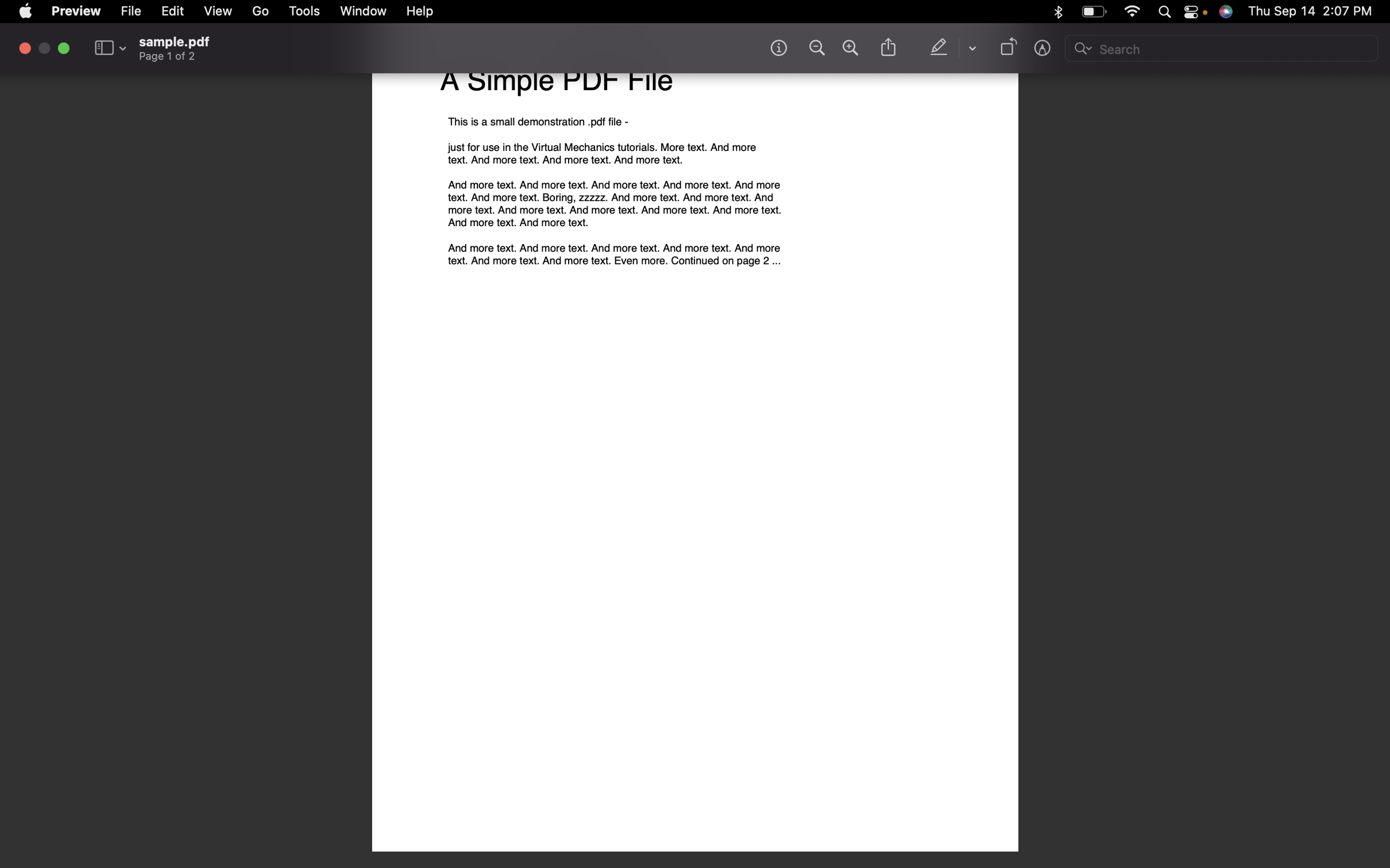  Describe the element at coordinates (1222, 49) in the screenshot. I see `the search bar` at that location.